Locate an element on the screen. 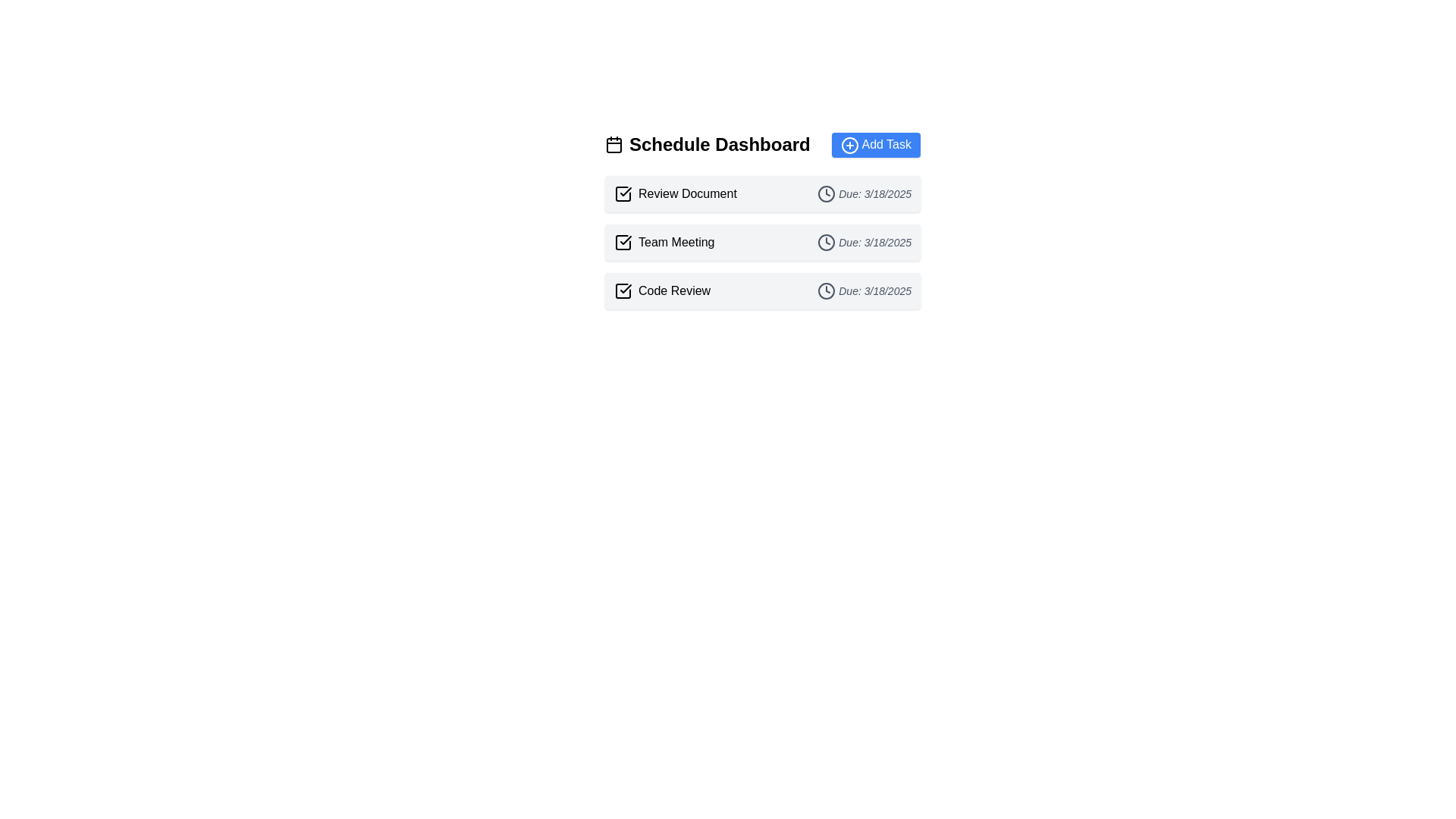 The image size is (1456, 819). the small clock-shaped icon with a black border located in the second row of the task list, next to the text 'Due: 3/18/2025' is located at coordinates (826, 241).